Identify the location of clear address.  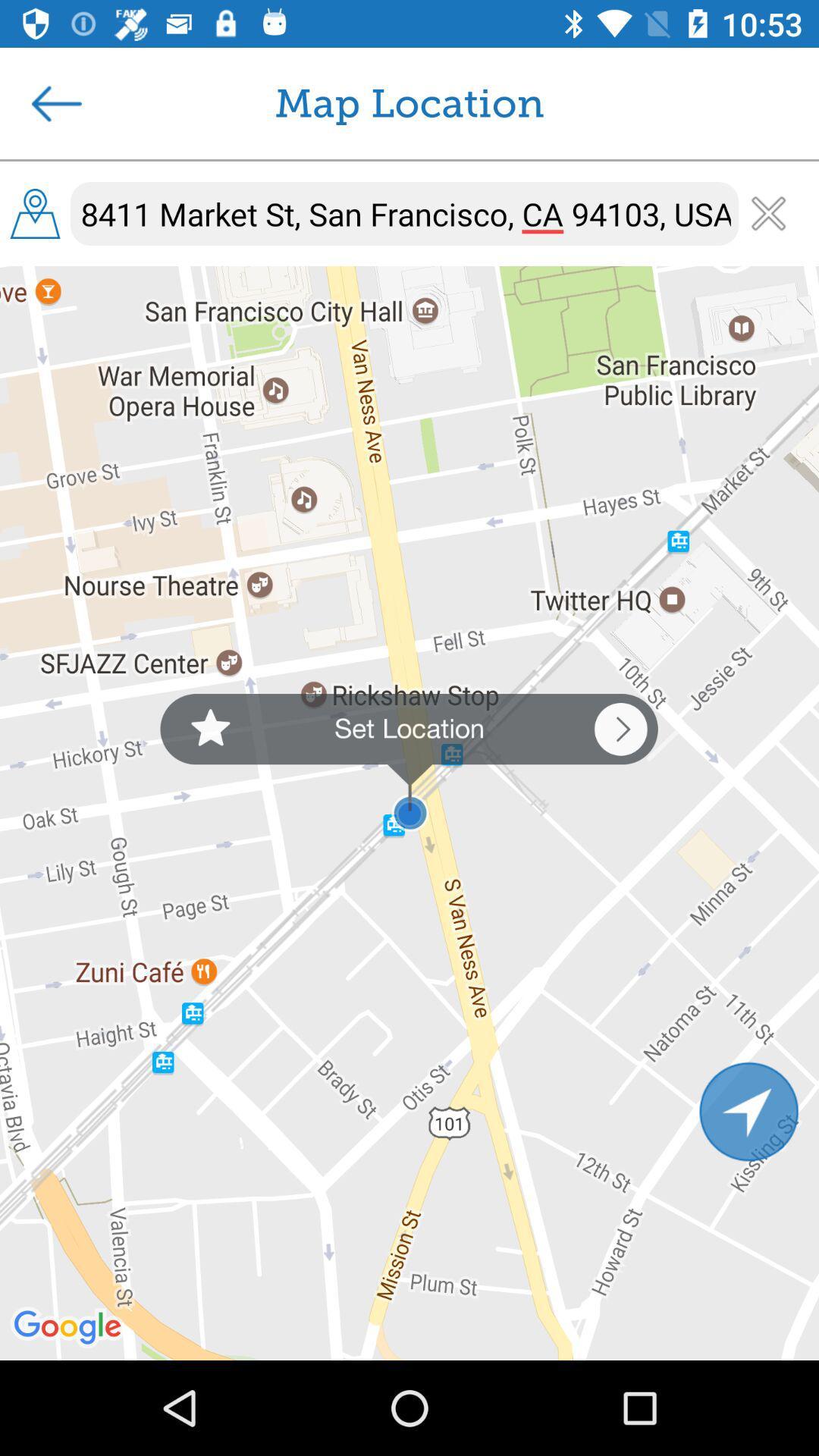
(768, 212).